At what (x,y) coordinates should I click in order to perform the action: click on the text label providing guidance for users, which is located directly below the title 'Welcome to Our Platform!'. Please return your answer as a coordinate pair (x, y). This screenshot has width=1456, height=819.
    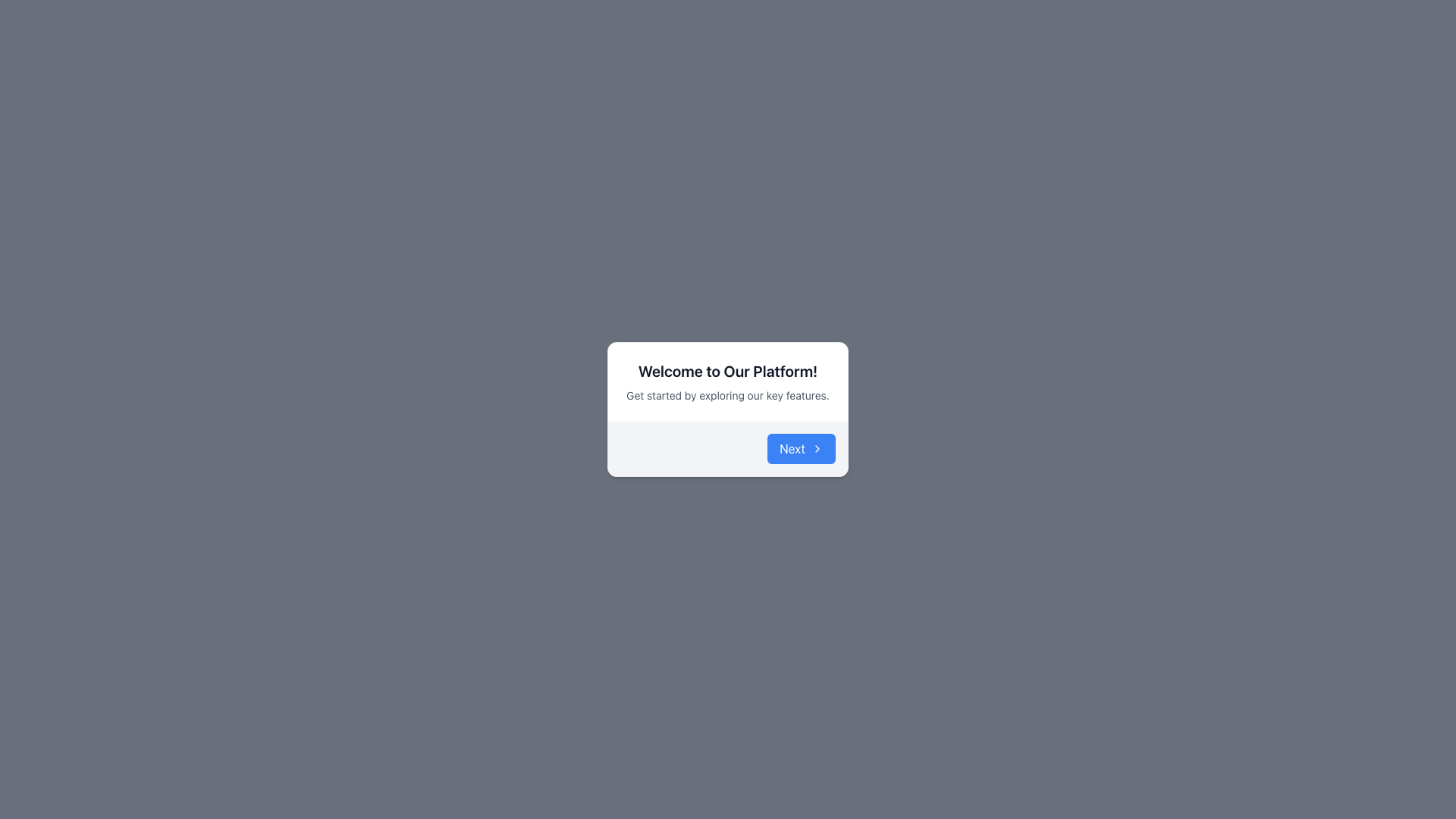
    Looking at the image, I should click on (728, 394).